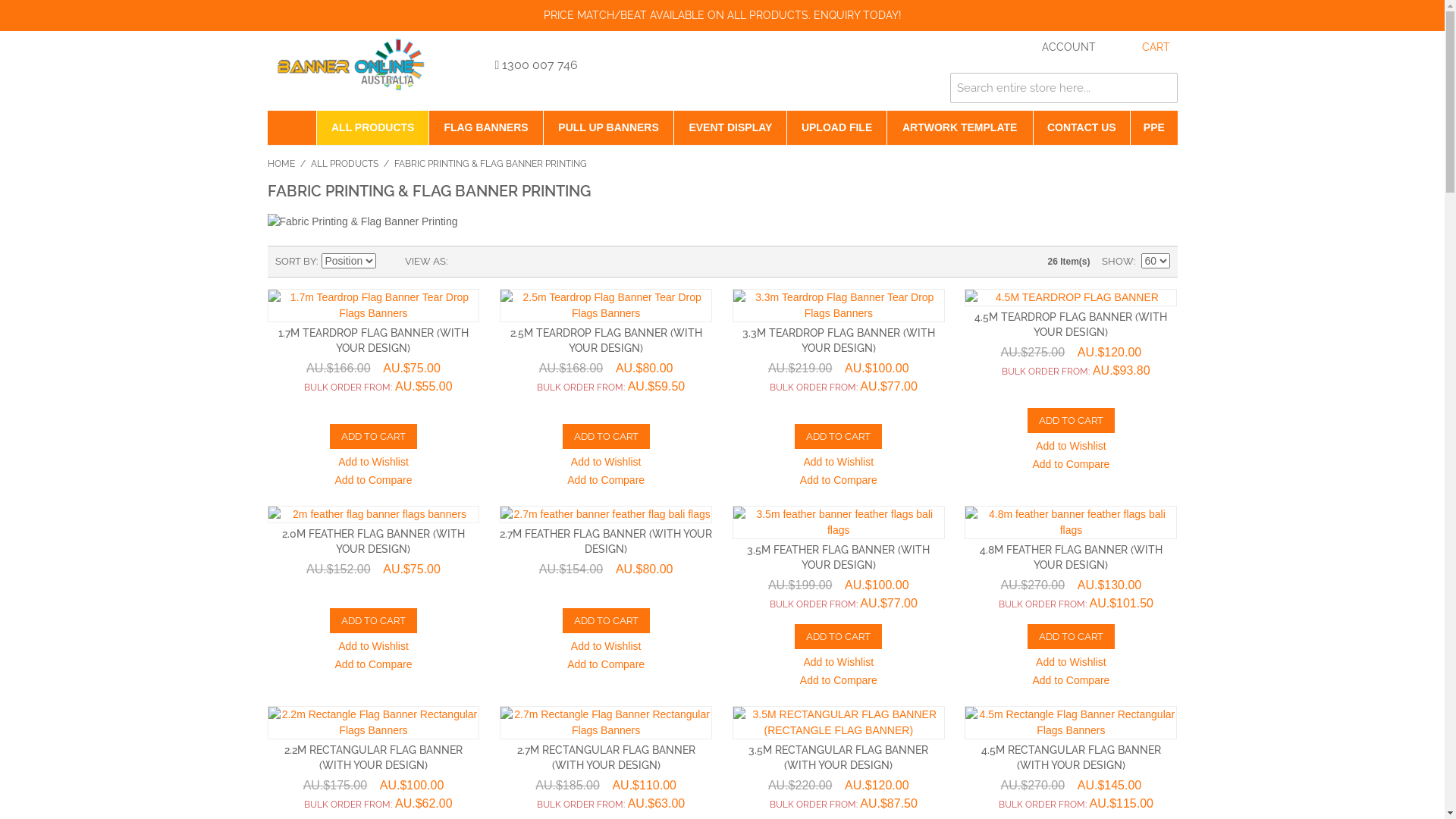 This screenshot has height=819, width=1456. Describe the element at coordinates (604, 513) in the screenshot. I see `'2.7m feather banner feather flag bali flags'` at that location.